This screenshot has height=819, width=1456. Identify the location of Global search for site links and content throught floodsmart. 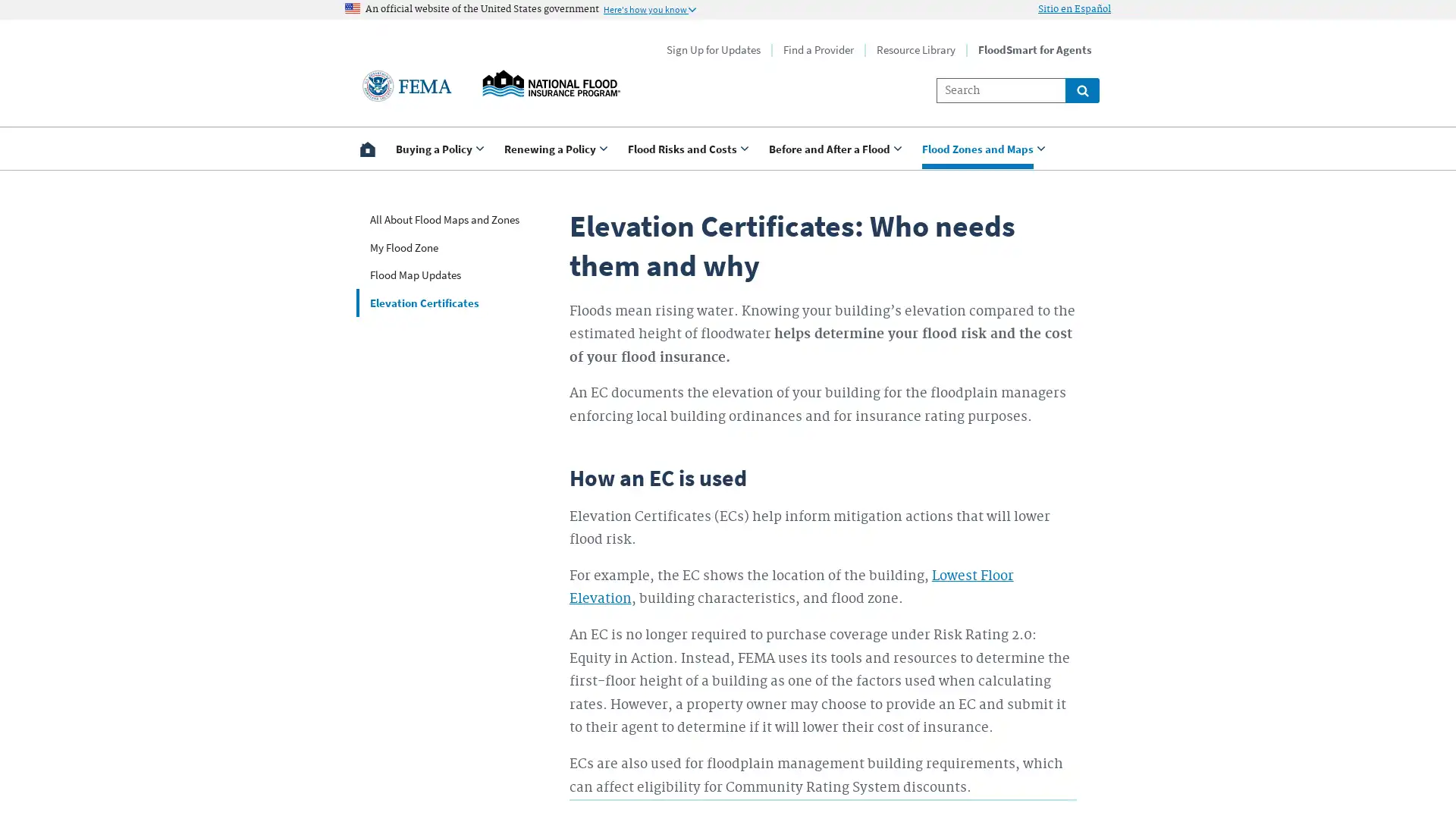
(1081, 90).